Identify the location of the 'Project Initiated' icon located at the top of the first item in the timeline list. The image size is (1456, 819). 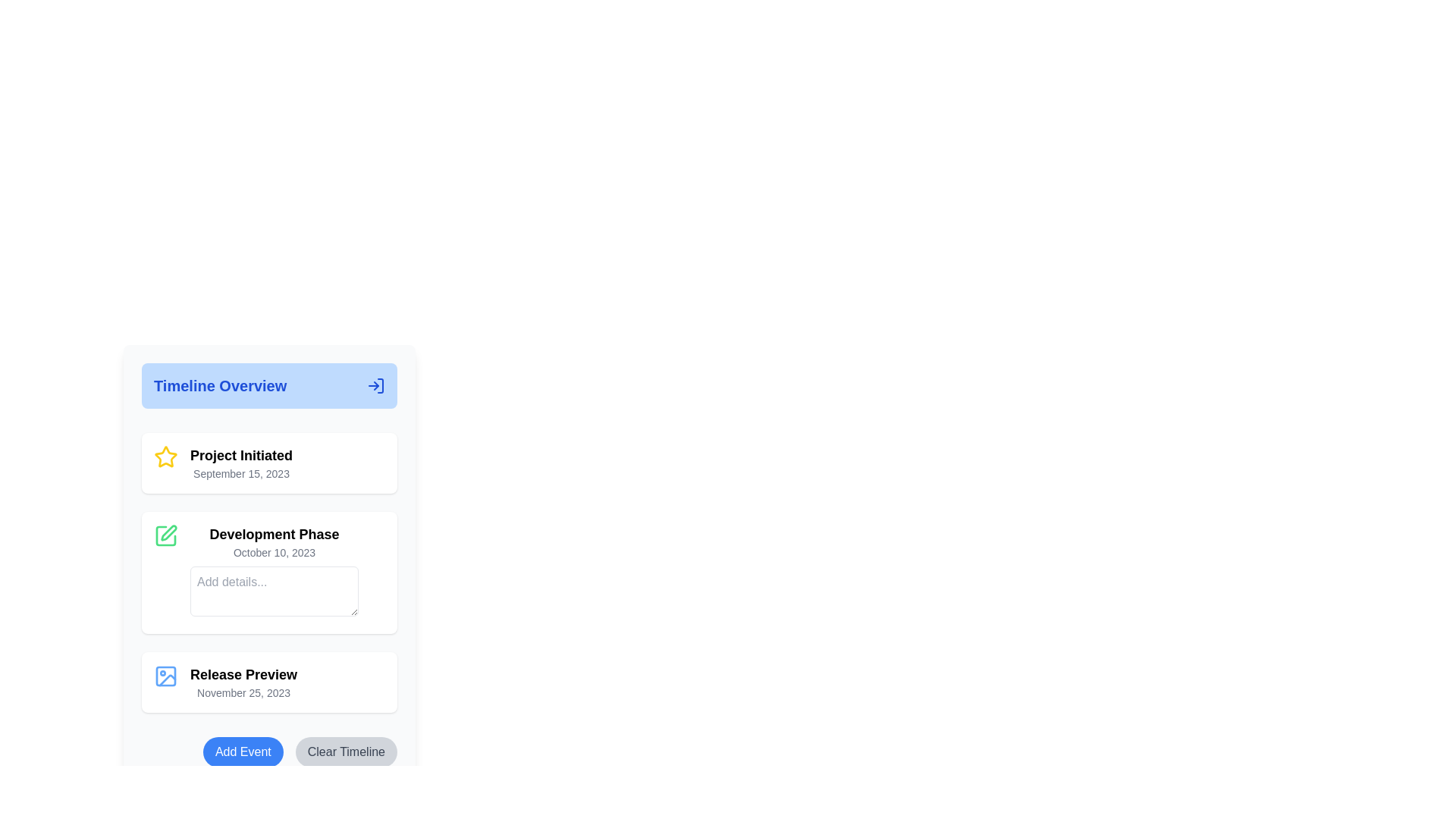
(166, 456).